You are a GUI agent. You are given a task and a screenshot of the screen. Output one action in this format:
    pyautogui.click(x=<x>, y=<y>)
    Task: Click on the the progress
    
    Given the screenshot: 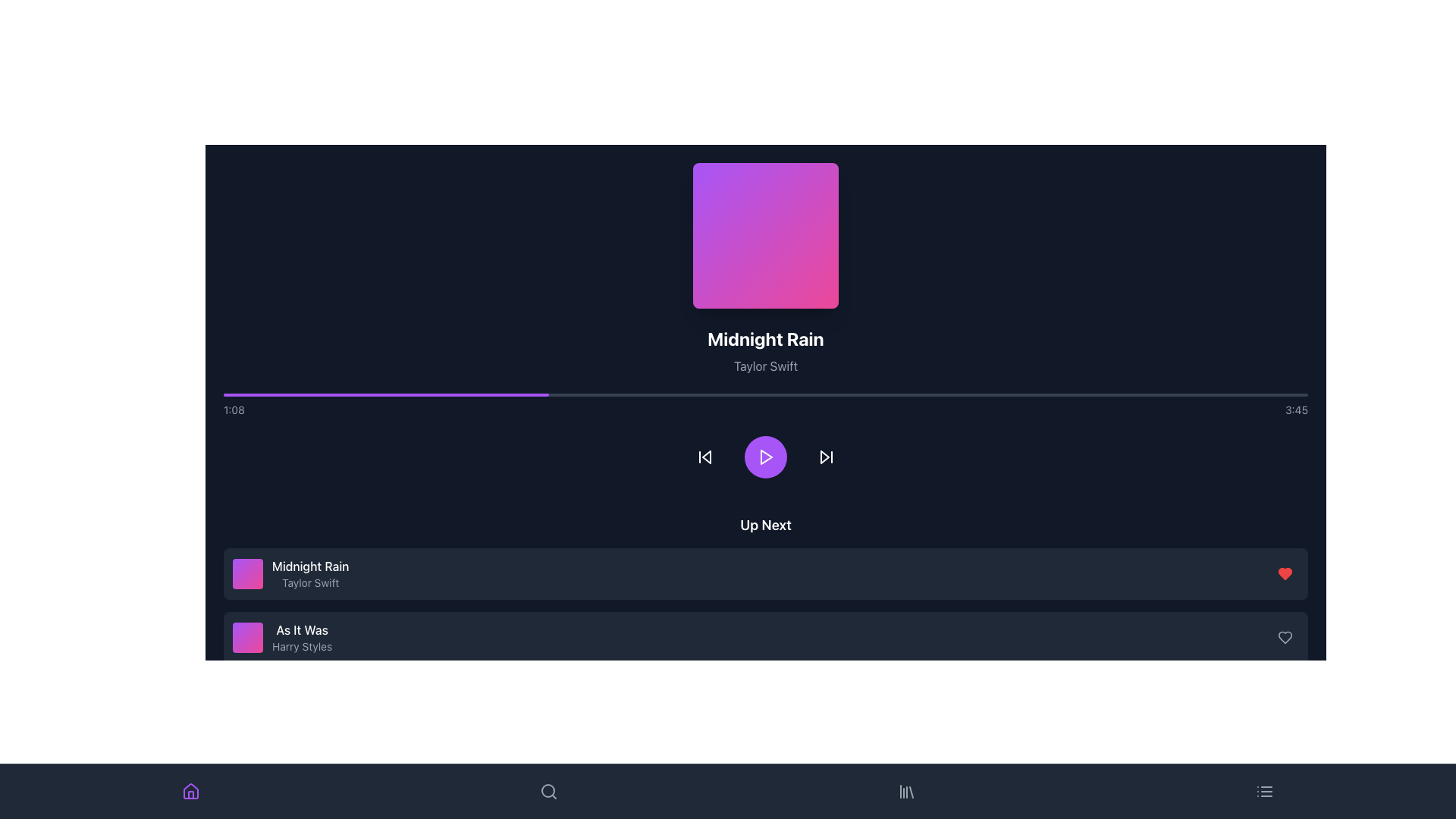 What is the action you would take?
    pyautogui.click(x=461, y=394)
    